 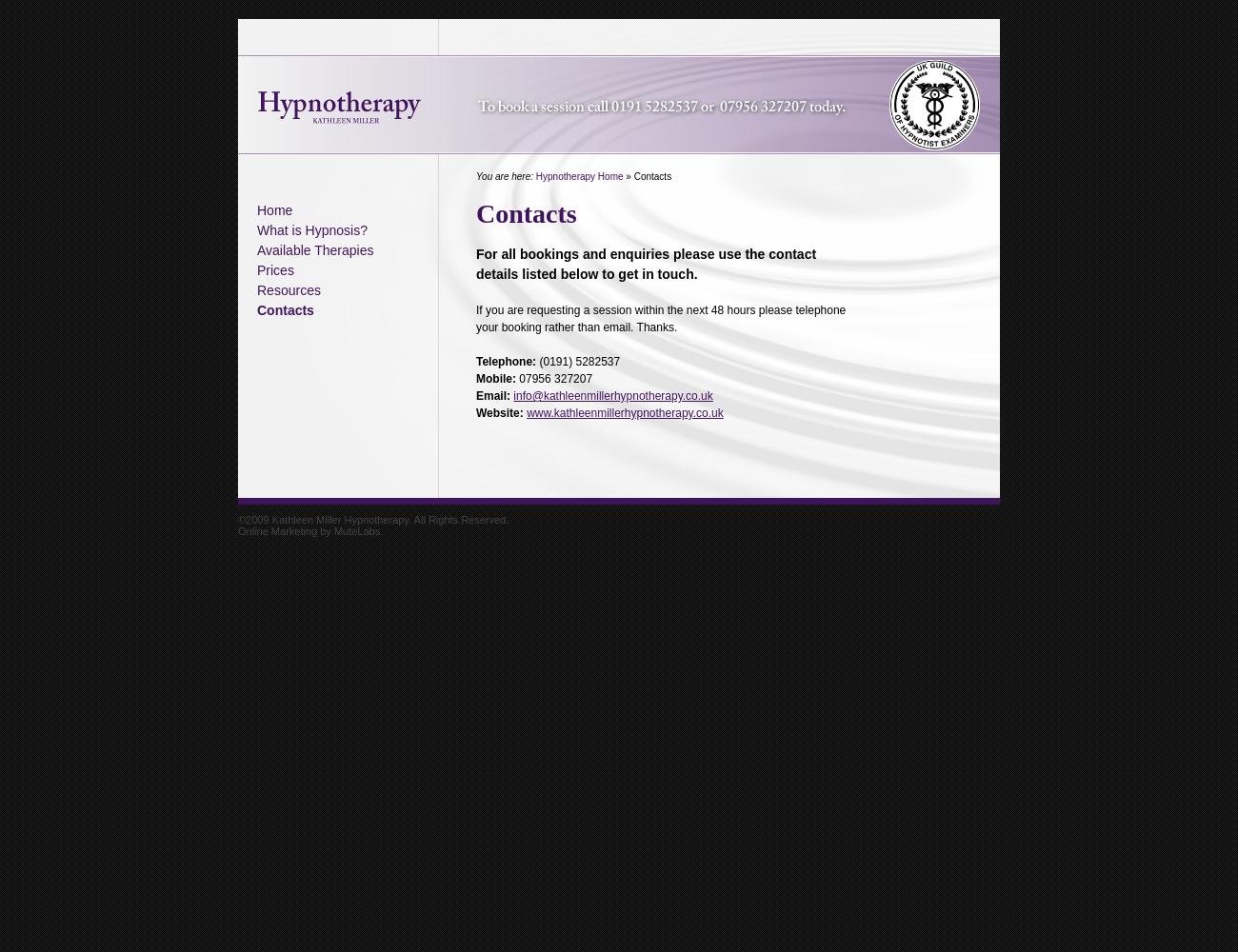 What do you see at coordinates (274, 209) in the screenshot?
I see `'Home'` at bounding box center [274, 209].